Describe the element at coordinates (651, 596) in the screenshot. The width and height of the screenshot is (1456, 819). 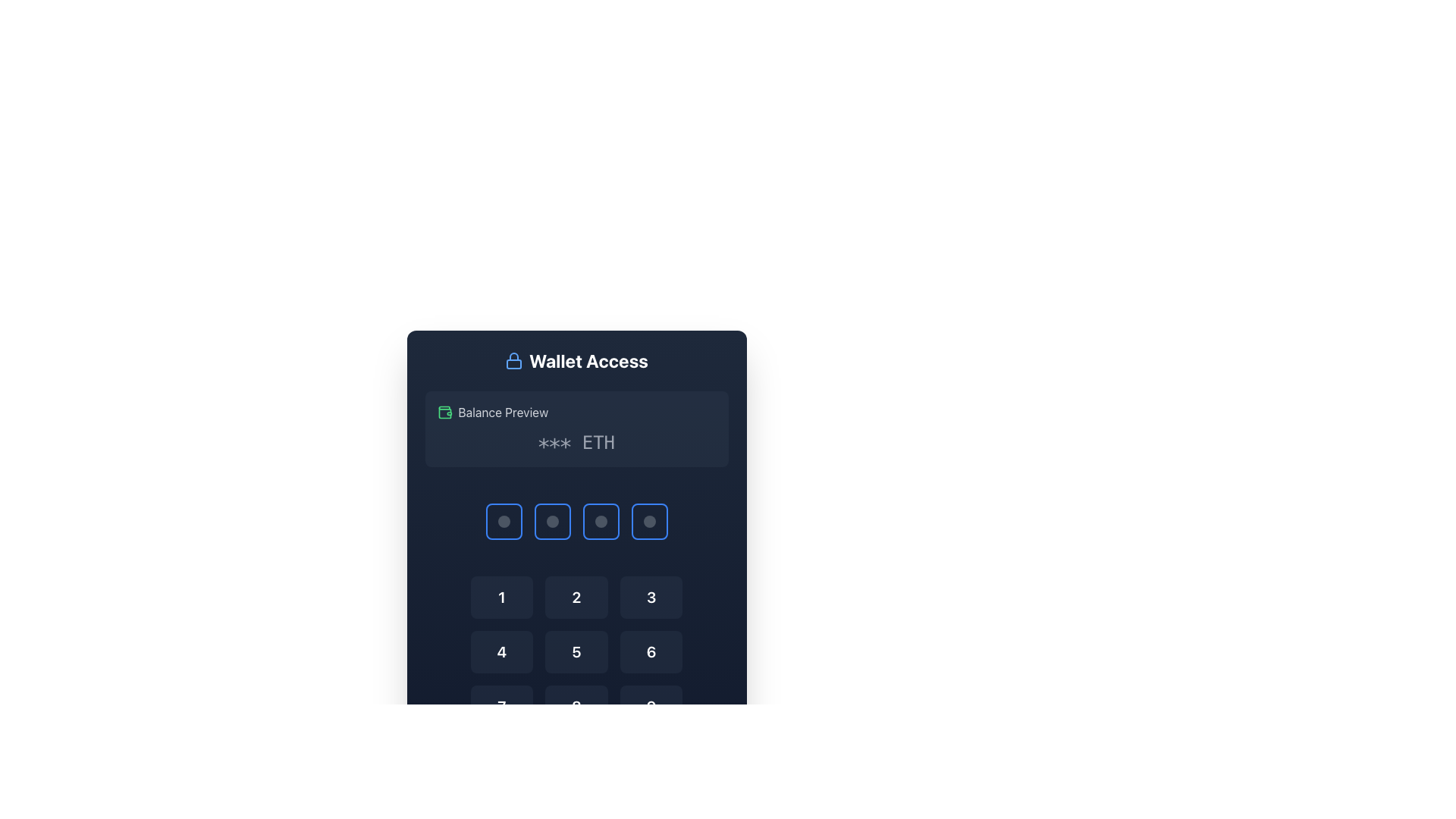
I see `the button representing the digit '3' in the top row, third column of the numerical keypad under 'Wallet Access' to input the number '3'` at that location.